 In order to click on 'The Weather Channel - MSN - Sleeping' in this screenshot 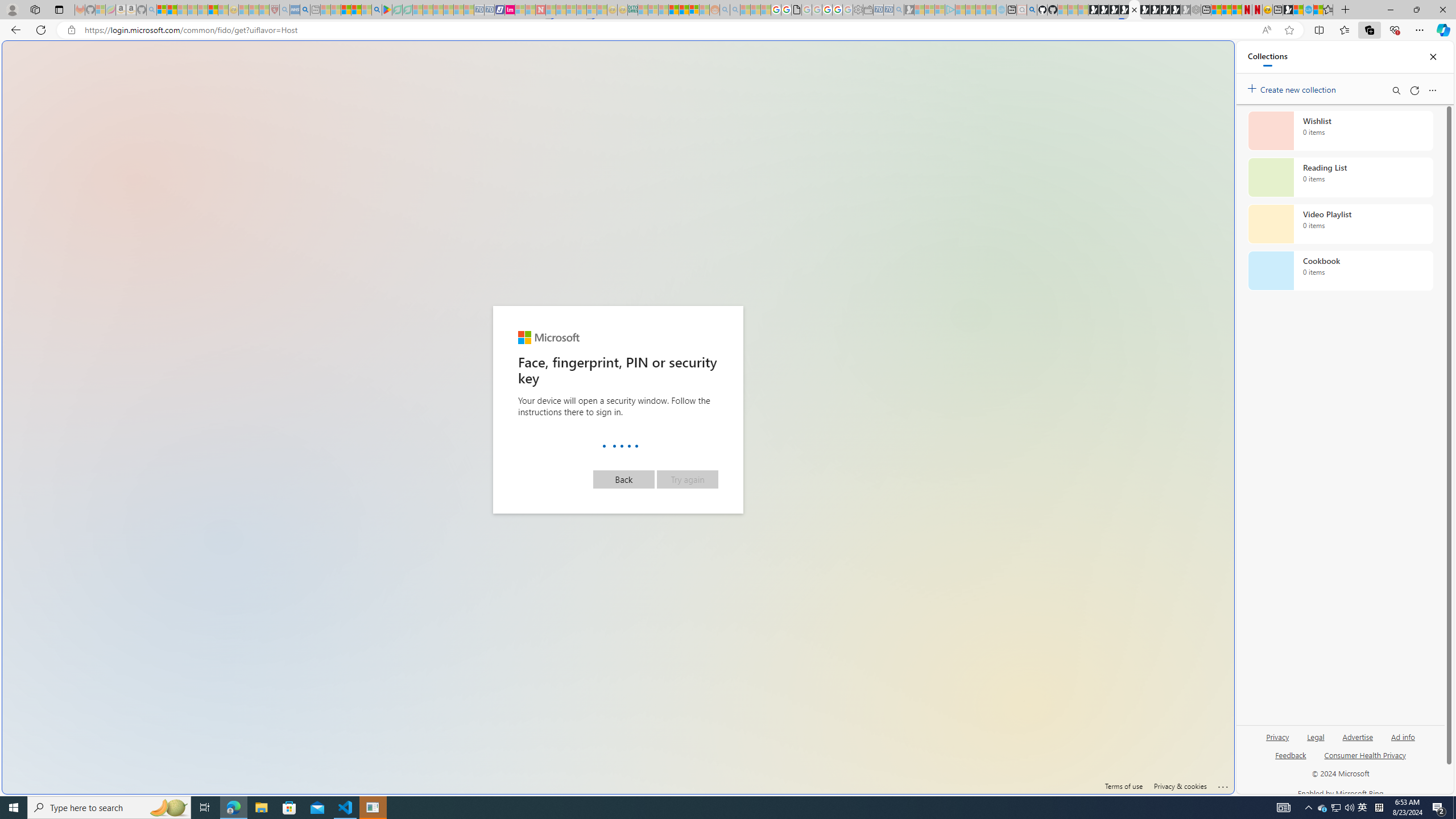, I will do `click(181, 9)`.